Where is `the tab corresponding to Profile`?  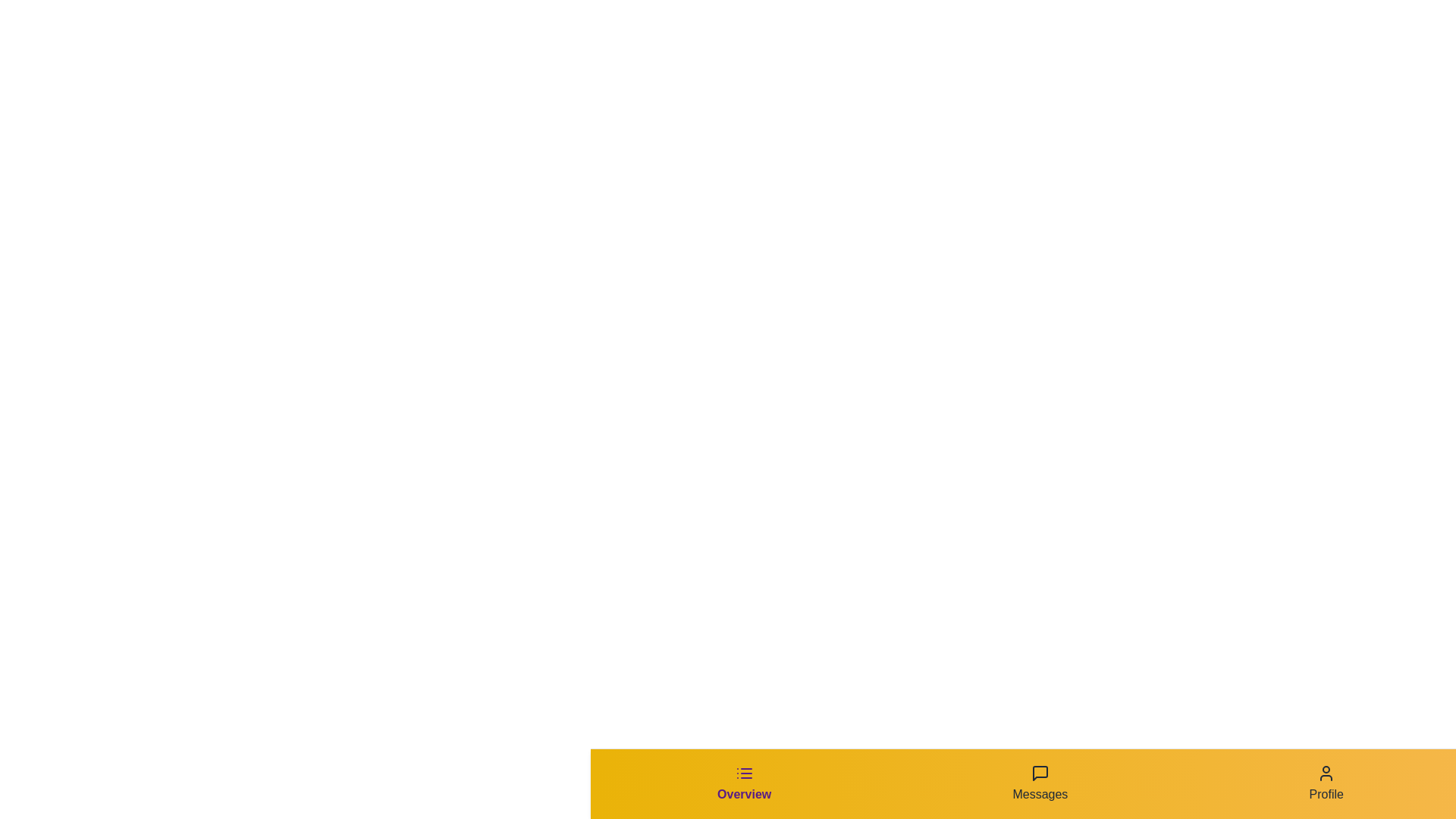
the tab corresponding to Profile is located at coordinates (1325, 783).